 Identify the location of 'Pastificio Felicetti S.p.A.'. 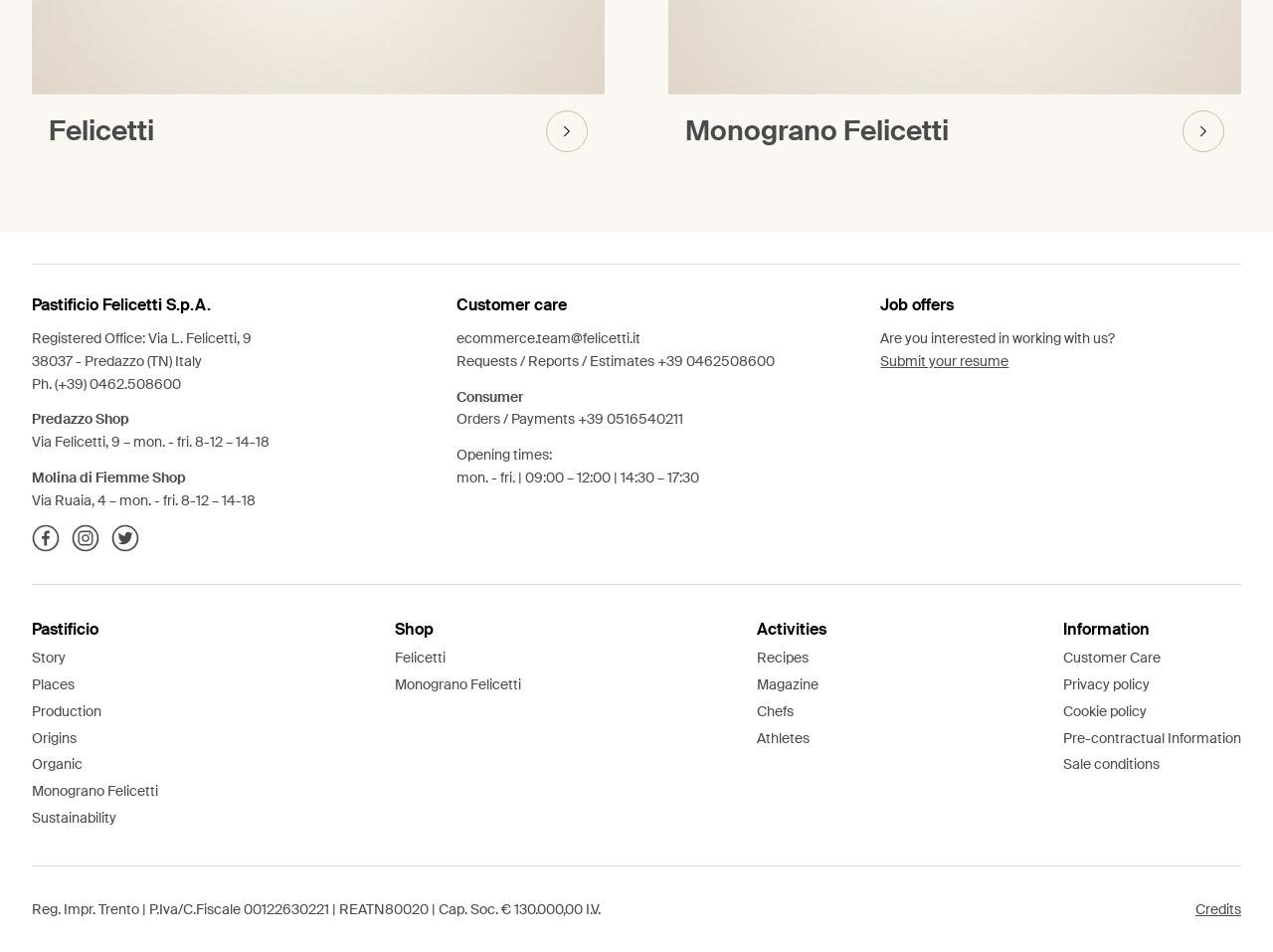
(119, 303).